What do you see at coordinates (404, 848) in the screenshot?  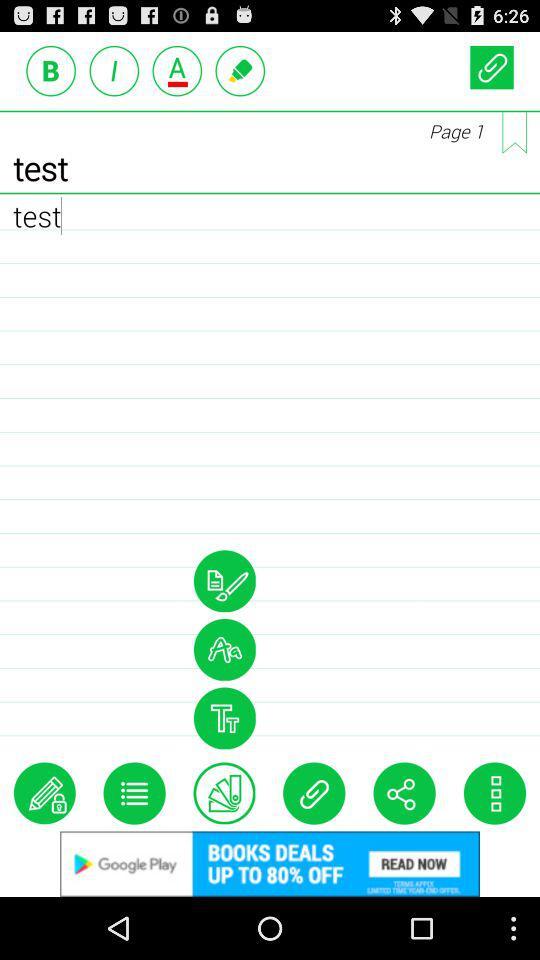 I see `the share icon` at bounding box center [404, 848].